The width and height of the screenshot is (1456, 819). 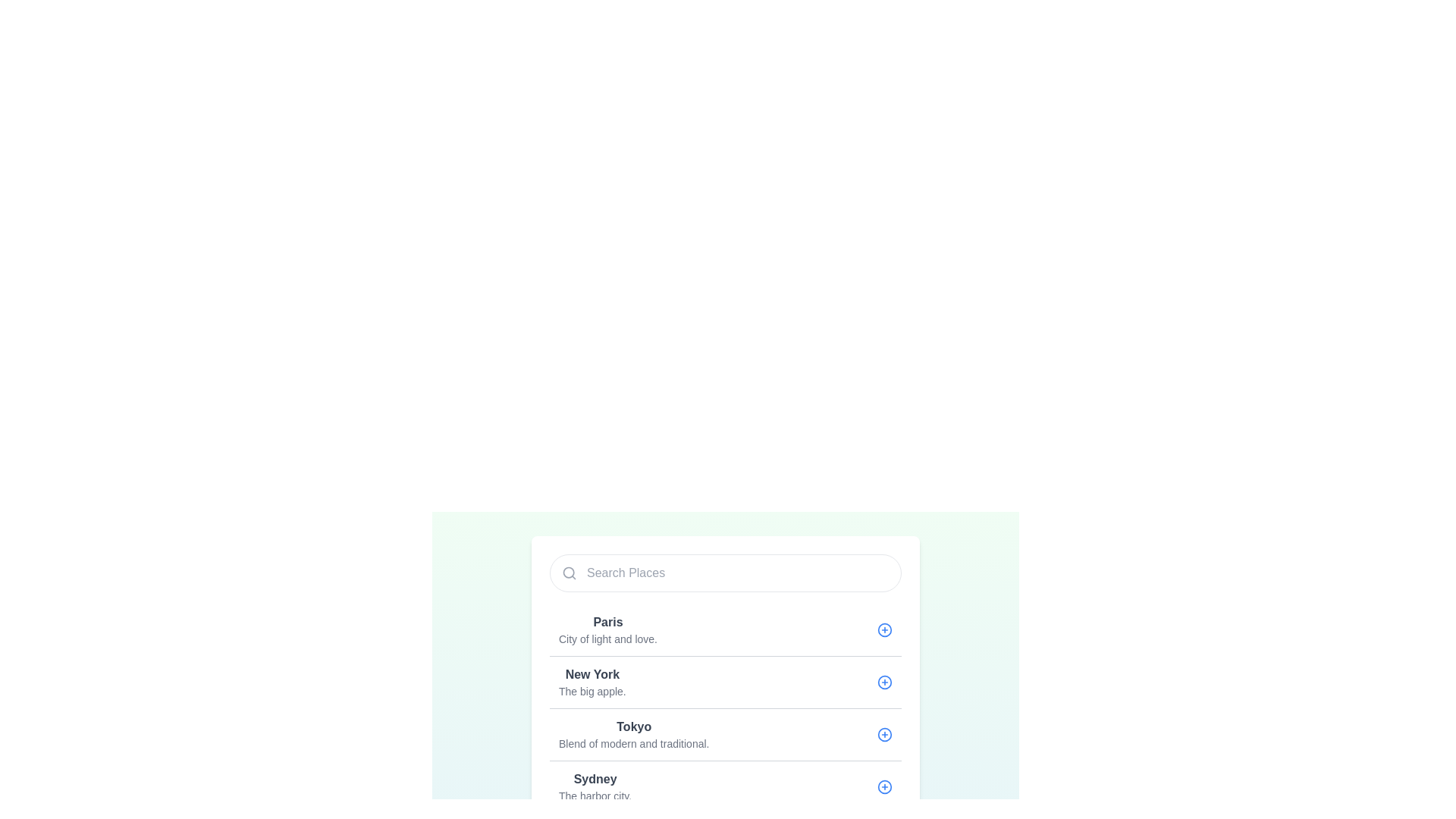 What do you see at coordinates (884, 786) in the screenshot?
I see `the button icon to add or expand details about 'Sydney' in the list, positioned to the right of the 'Sydney' section` at bounding box center [884, 786].